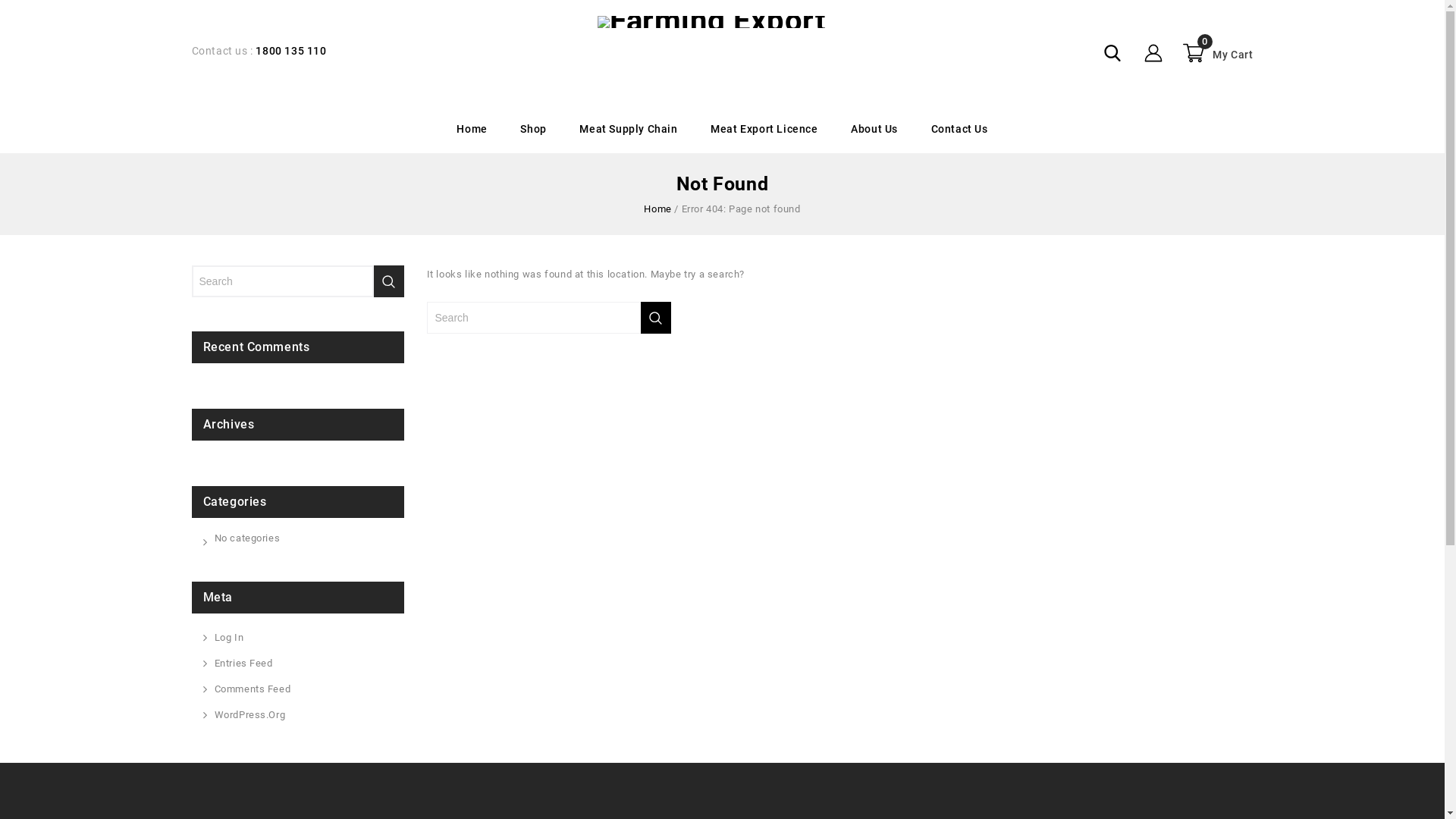  Describe the element at coordinates (249, 714) in the screenshot. I see `'WordPress.Org'` at that location.